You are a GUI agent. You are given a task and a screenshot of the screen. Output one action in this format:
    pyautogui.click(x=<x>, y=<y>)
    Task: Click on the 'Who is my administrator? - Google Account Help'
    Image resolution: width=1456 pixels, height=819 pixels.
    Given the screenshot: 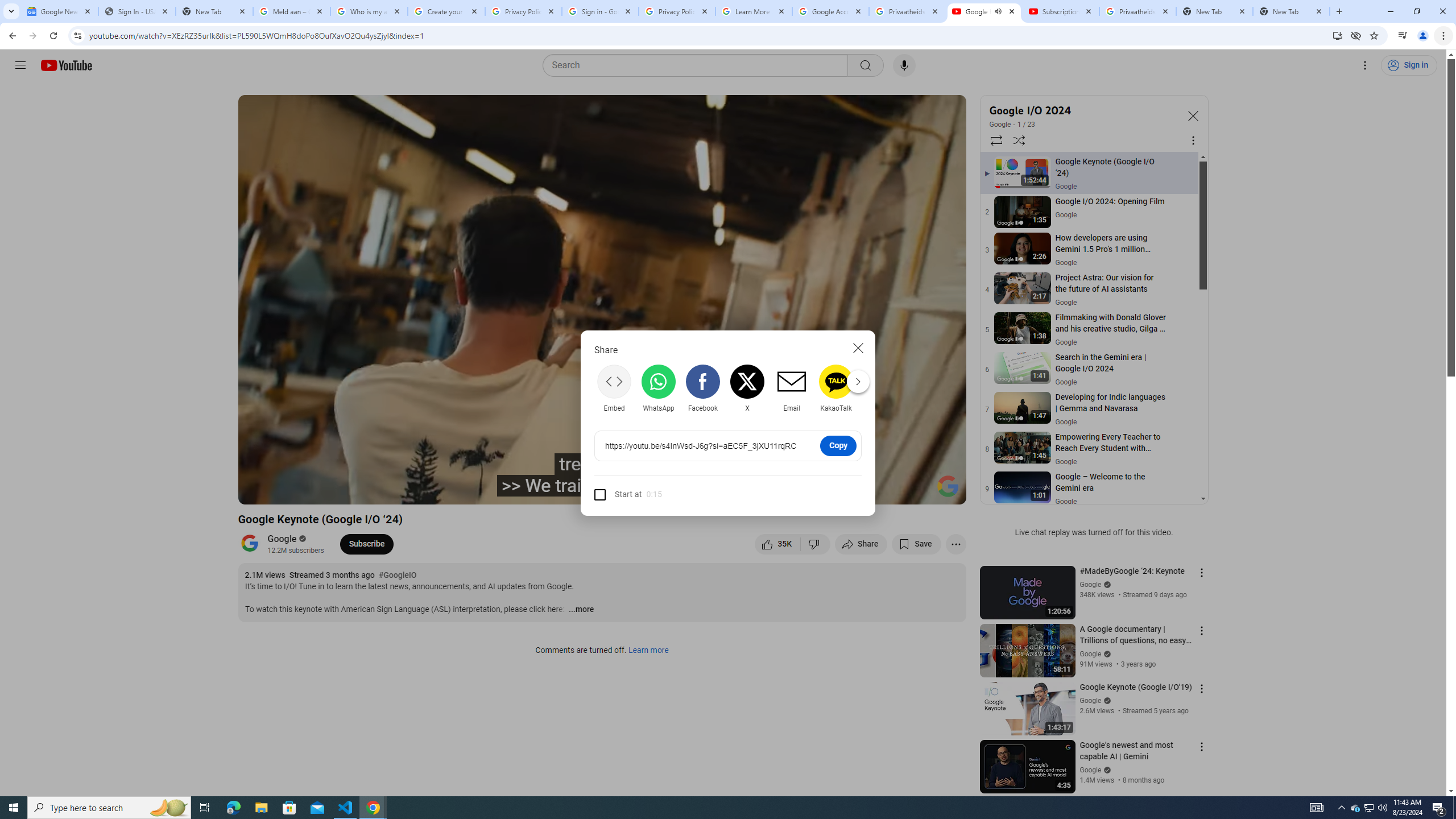 What is the action you would take?
    pyautogui.click(x=369, y=11)
    